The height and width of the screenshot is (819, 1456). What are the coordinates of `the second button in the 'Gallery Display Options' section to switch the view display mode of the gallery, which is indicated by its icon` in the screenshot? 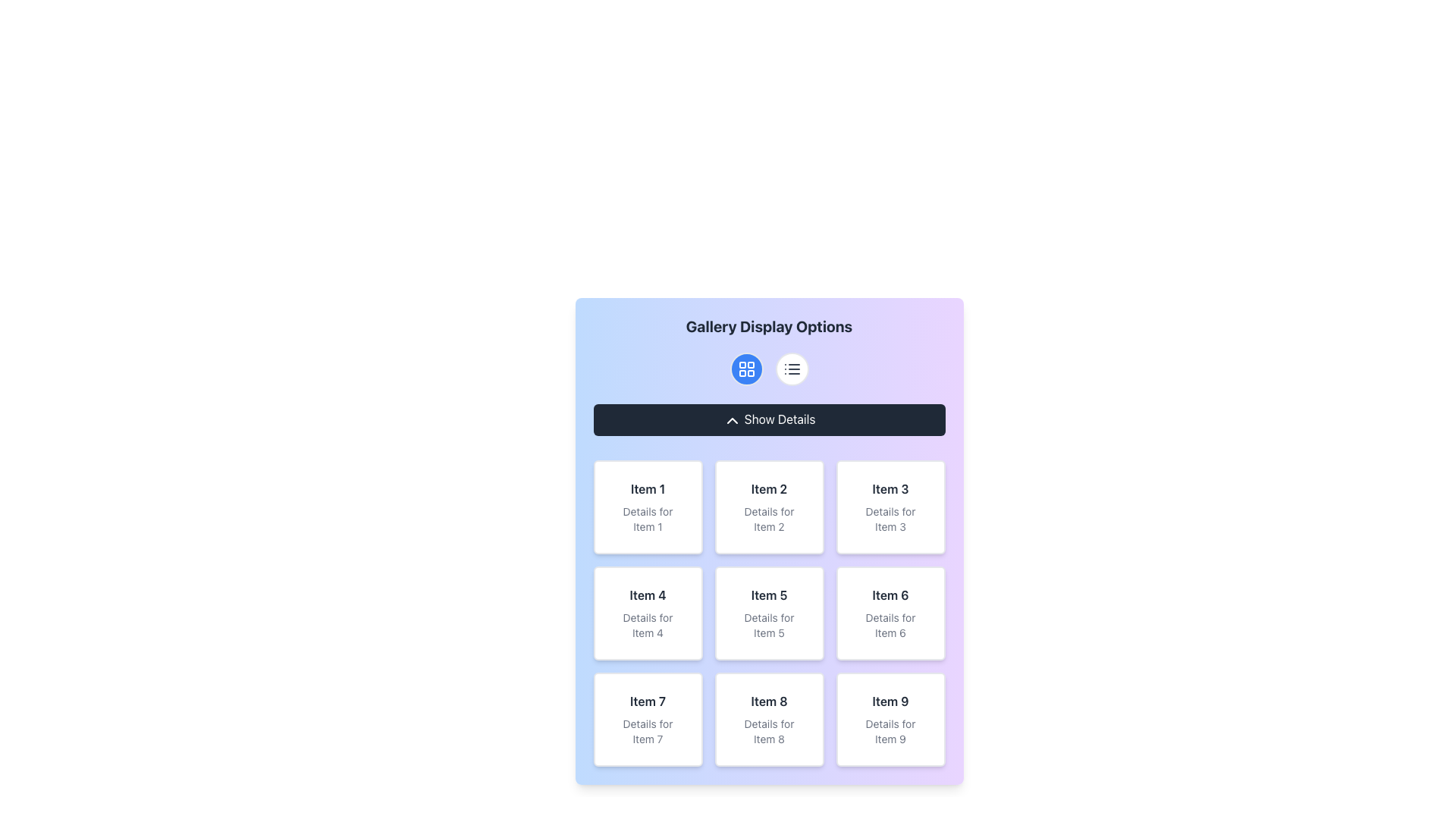 It's located at (791, 369).